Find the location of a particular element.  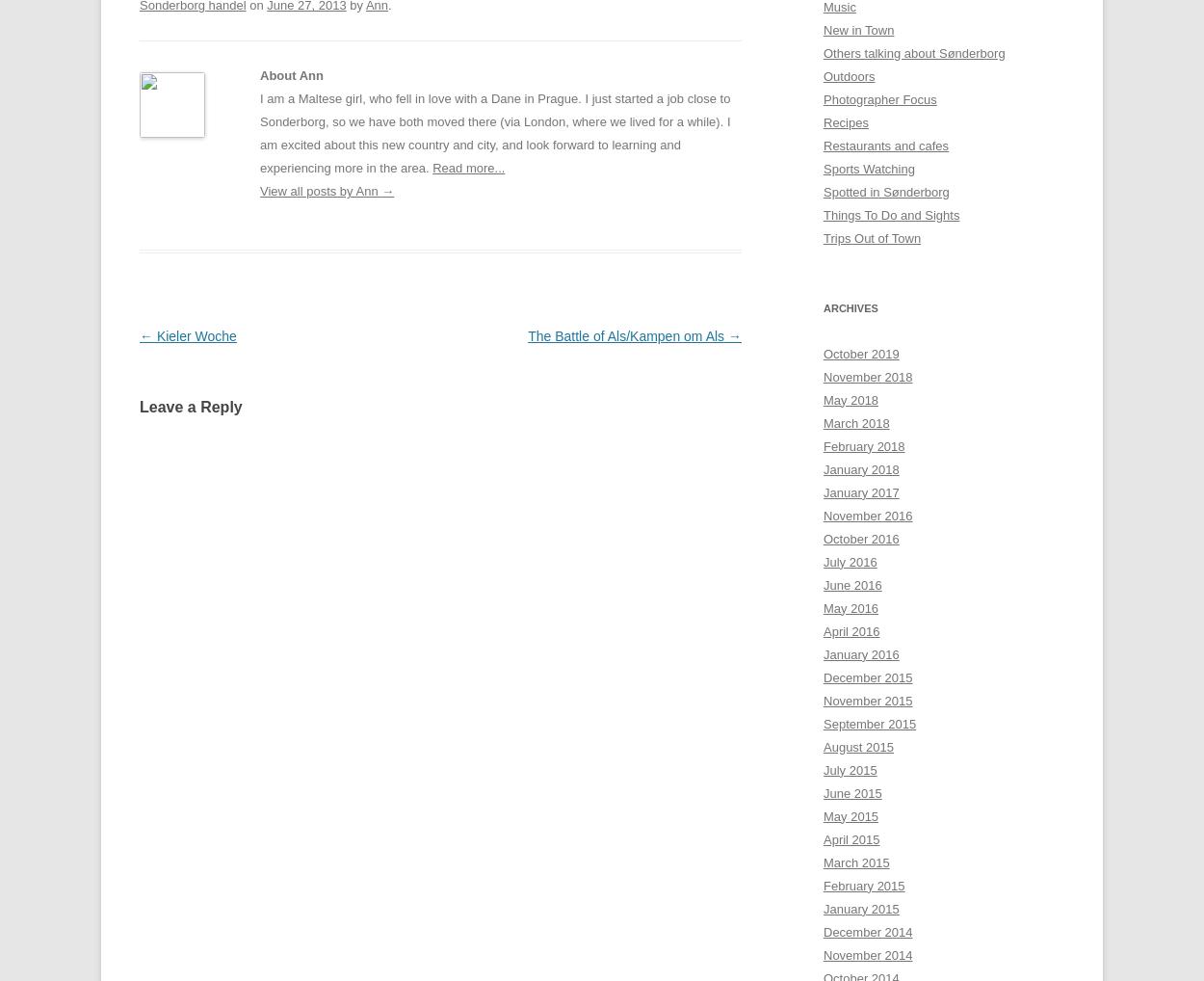

'Outdoors' is located at coordinates (849, 75).